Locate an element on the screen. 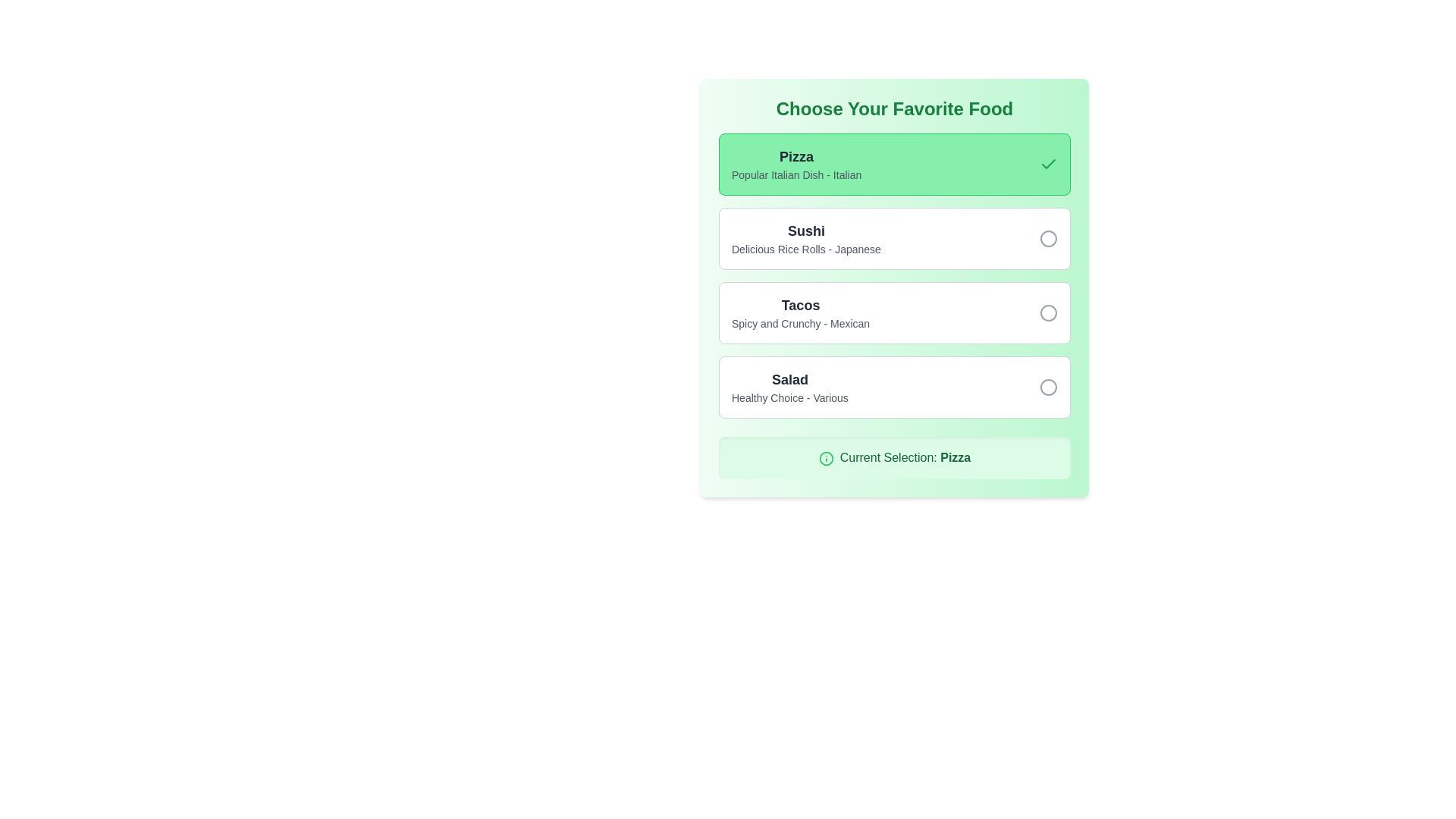  supplementary text element displaying 'Popular Italian Dish - Italian' located below the 'Pizza' heading in the food options list is located at coordinates (795, 174).